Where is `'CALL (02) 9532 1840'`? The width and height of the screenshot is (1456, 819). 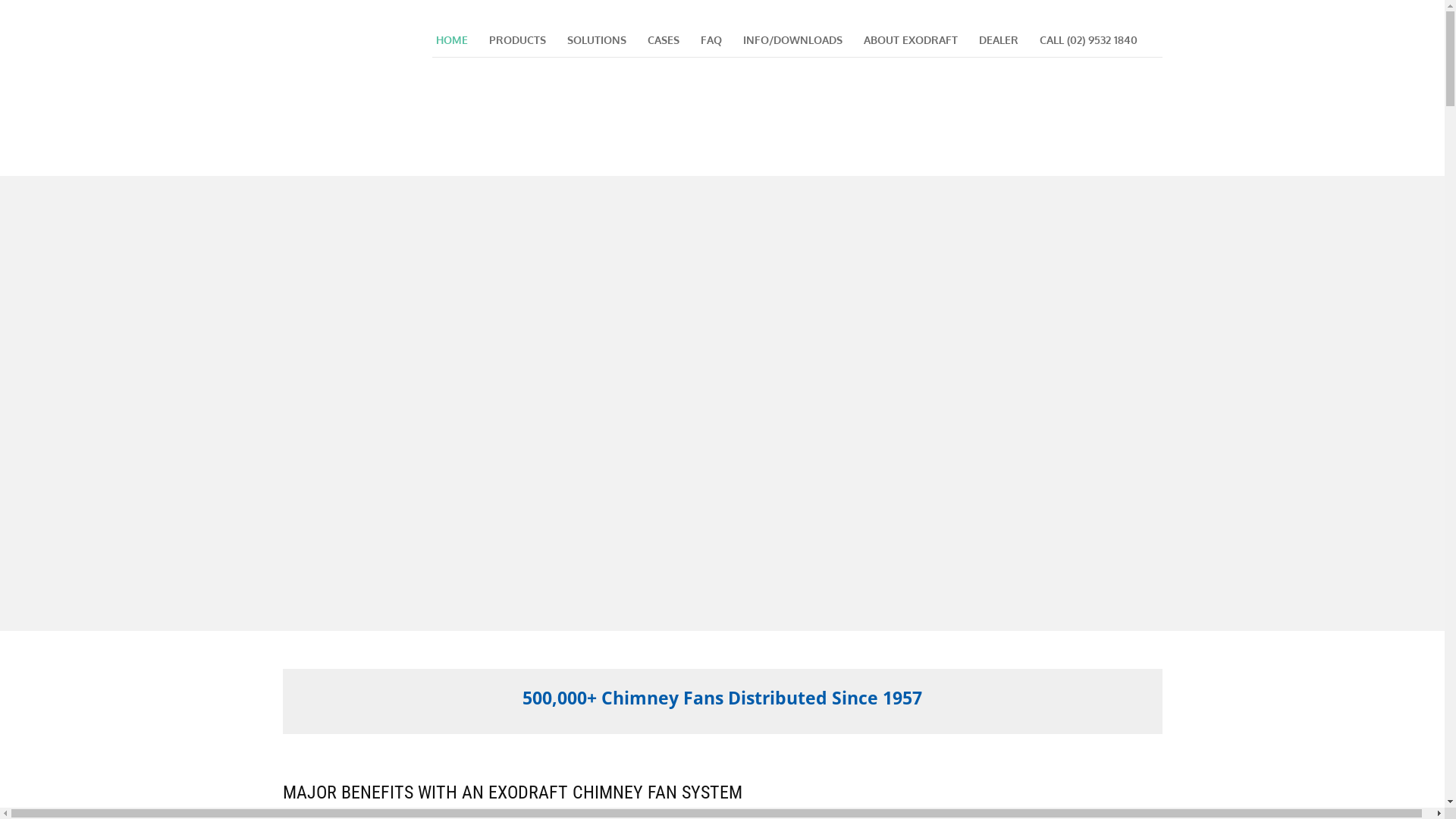
'CALL (02) 9532 1840' is located at coordinates (1035, 39).